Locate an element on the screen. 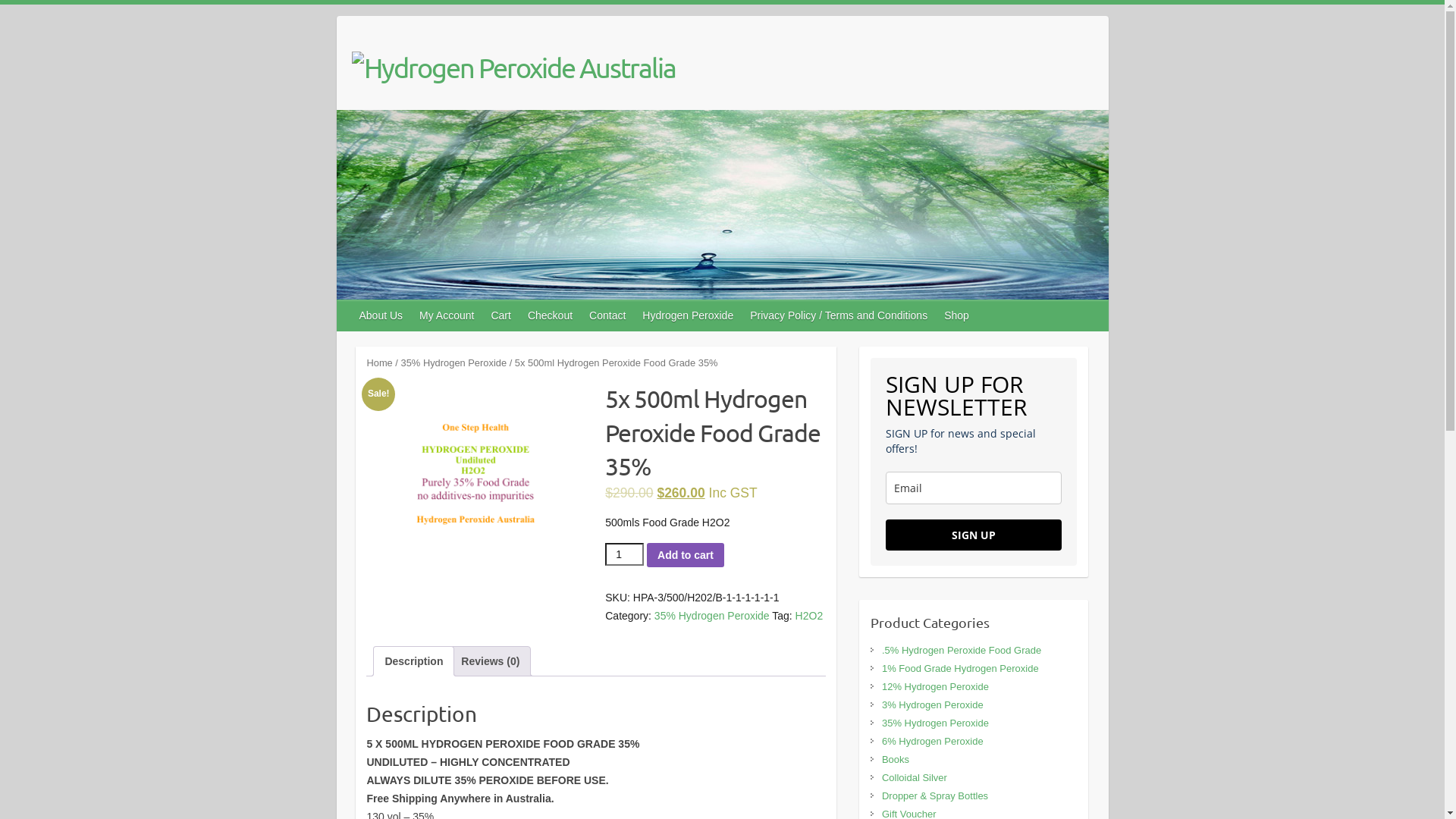 This screenshot has width=1456, height=819. '1% Food Grade Hydrogen Peroxide' is located at coordinates (959, 667).